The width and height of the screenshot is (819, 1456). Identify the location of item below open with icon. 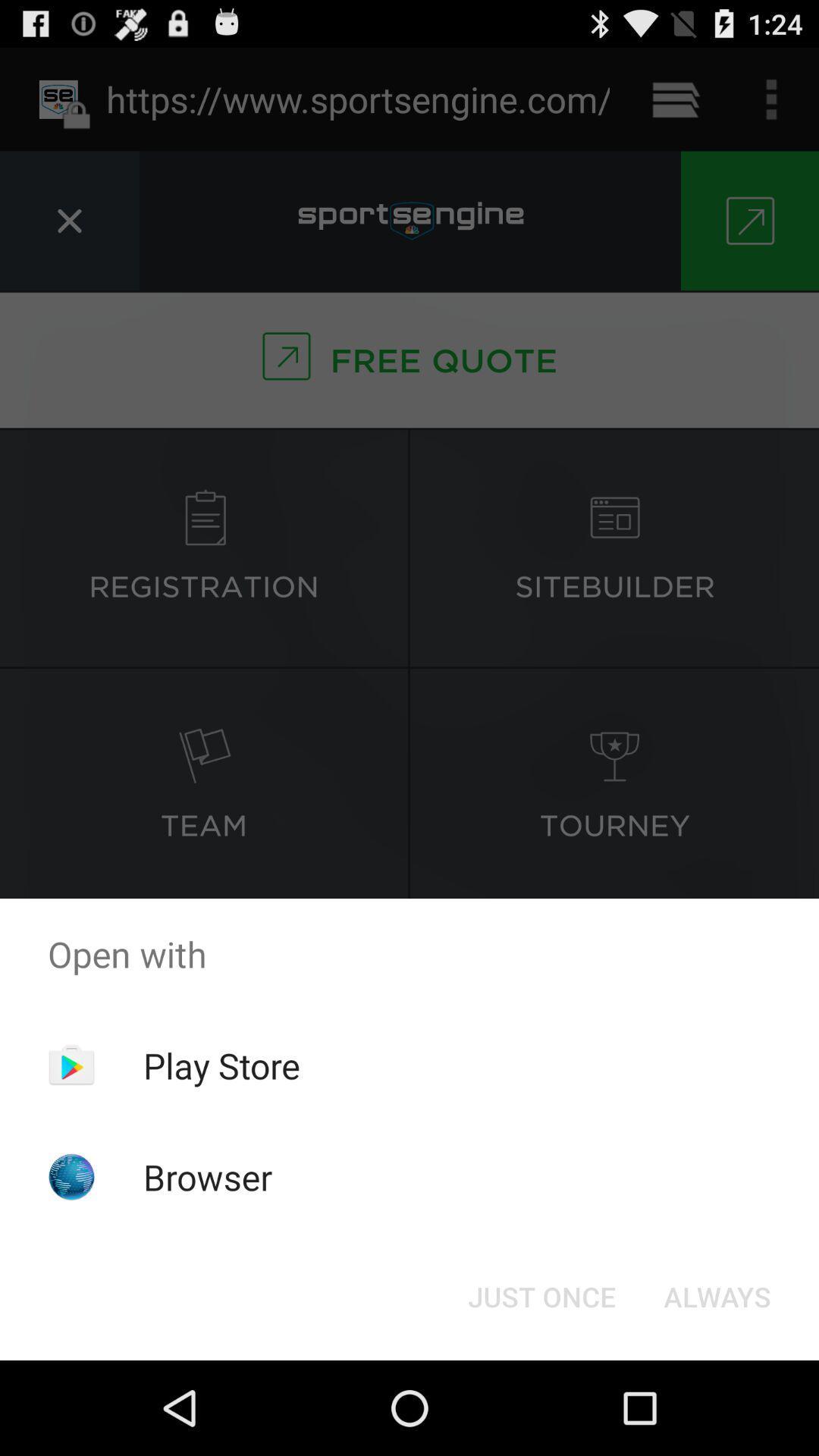
(541, 1295).